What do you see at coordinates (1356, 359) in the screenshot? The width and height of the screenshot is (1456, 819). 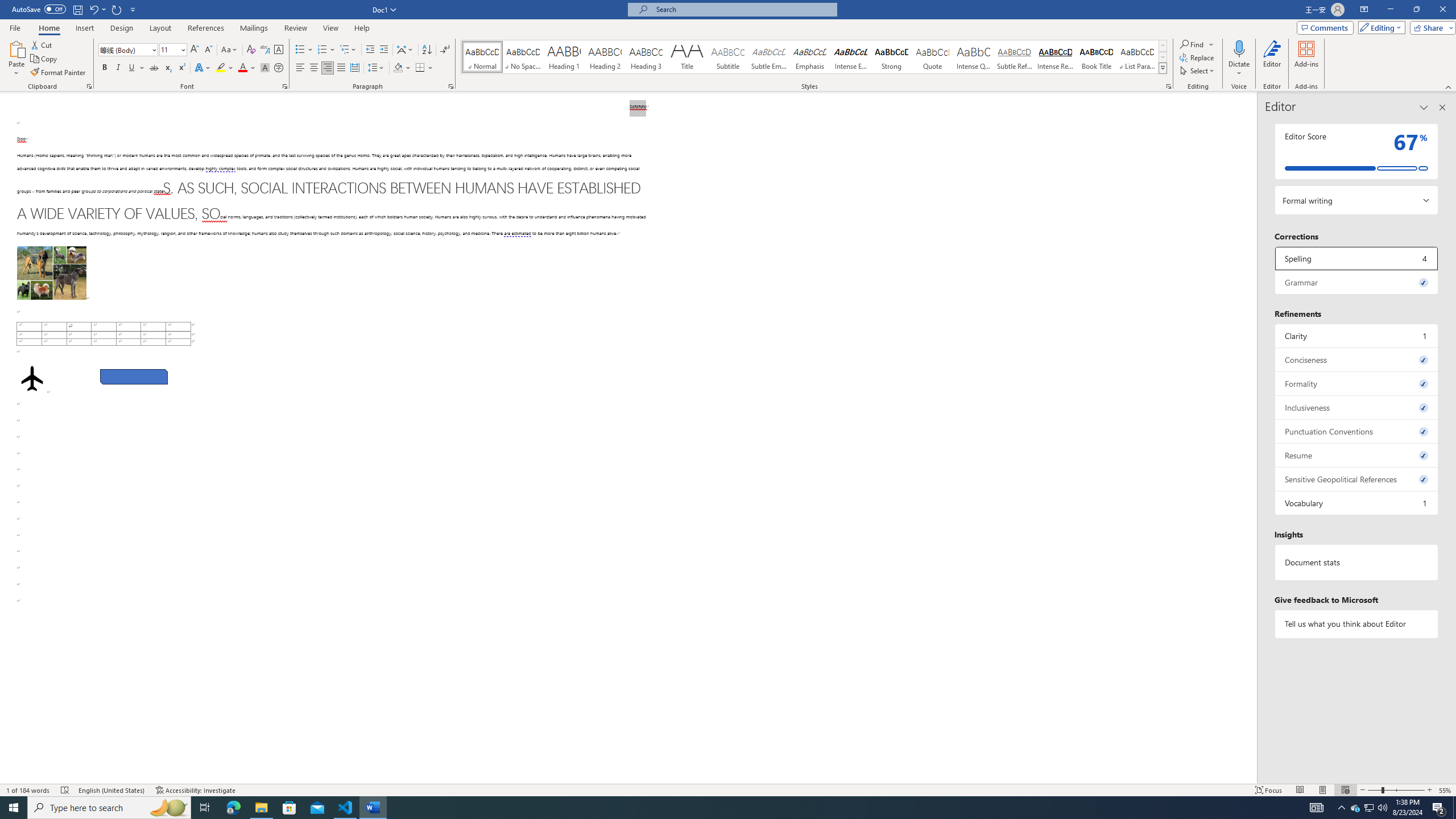 I see `'Conciseness, 0 issues. Press space or enter to review items.'` at bounding box center [1356, 359].